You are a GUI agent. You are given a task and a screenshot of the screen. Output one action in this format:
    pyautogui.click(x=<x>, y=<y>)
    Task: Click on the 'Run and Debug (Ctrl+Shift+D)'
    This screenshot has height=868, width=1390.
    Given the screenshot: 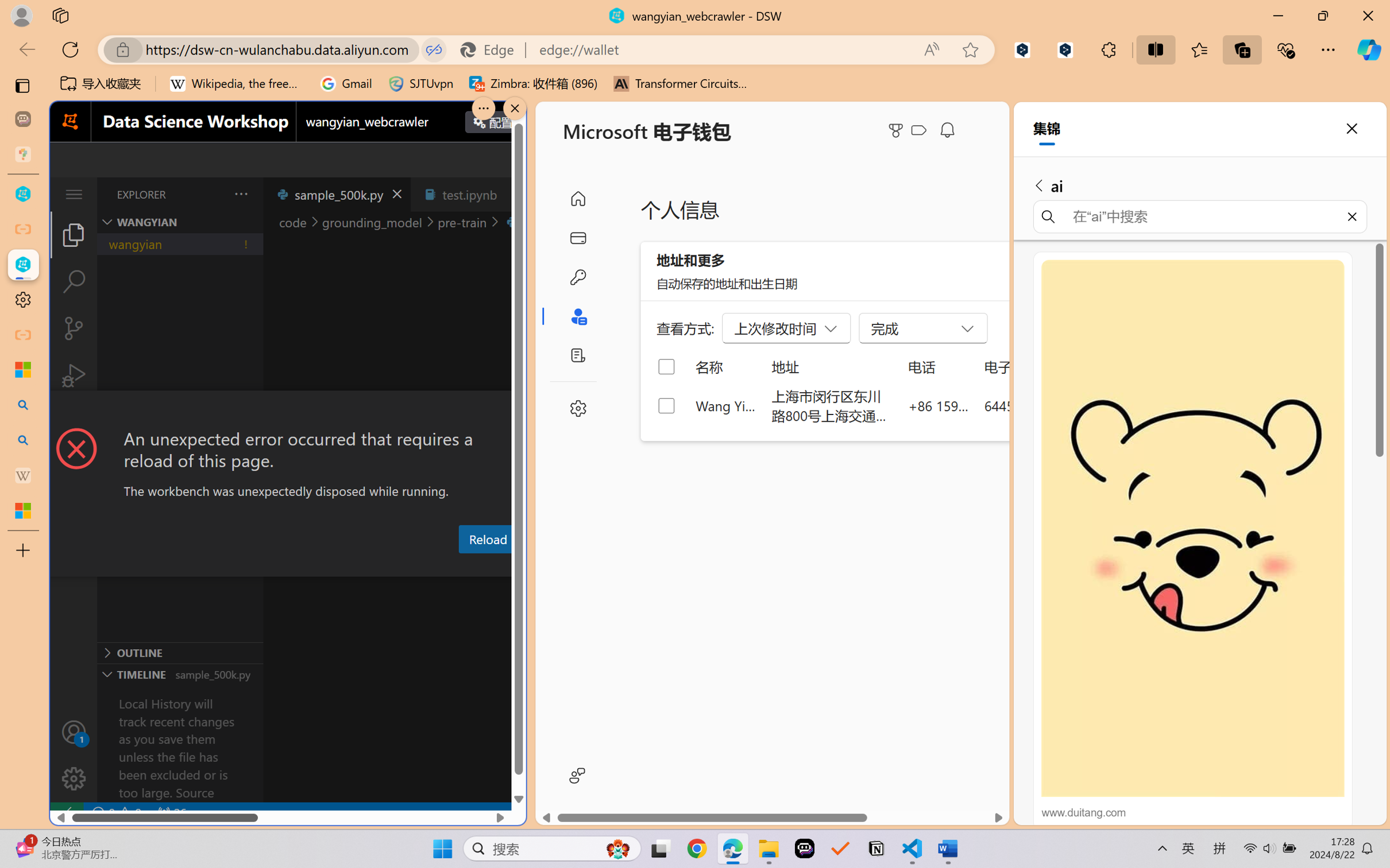 What is the action you would take?
    pyautogui.click(x=73, y=375)
    